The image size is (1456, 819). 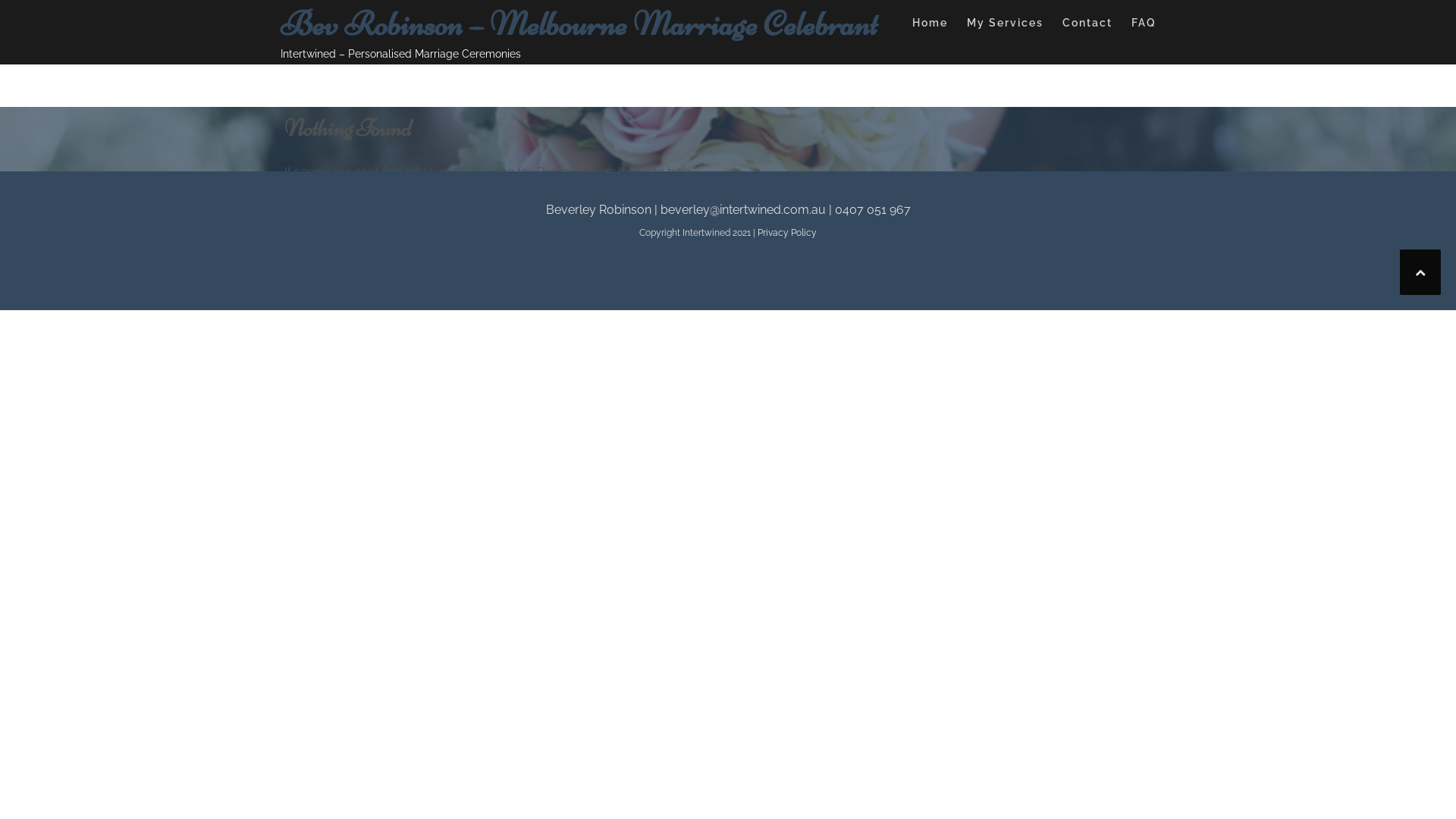 What do you see at coordinates (1087, 25) in the screenshot?
I see `'Contact'` at bounding box center [1087, 25].